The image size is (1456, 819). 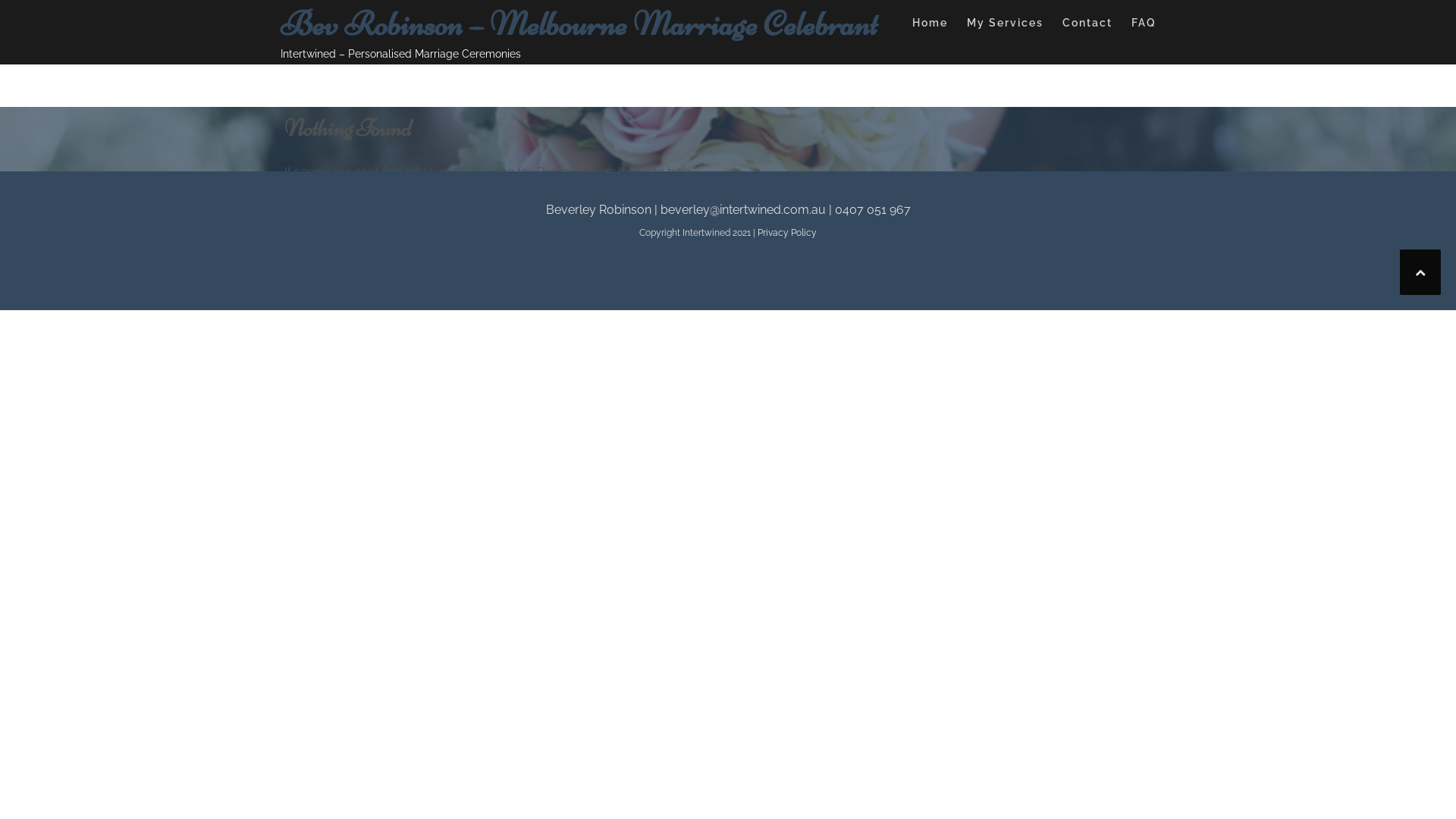 What do you see at coordinates (1087, 25) in the screenshot?
I see `'Contact'` at bounding box center [1087, 25].